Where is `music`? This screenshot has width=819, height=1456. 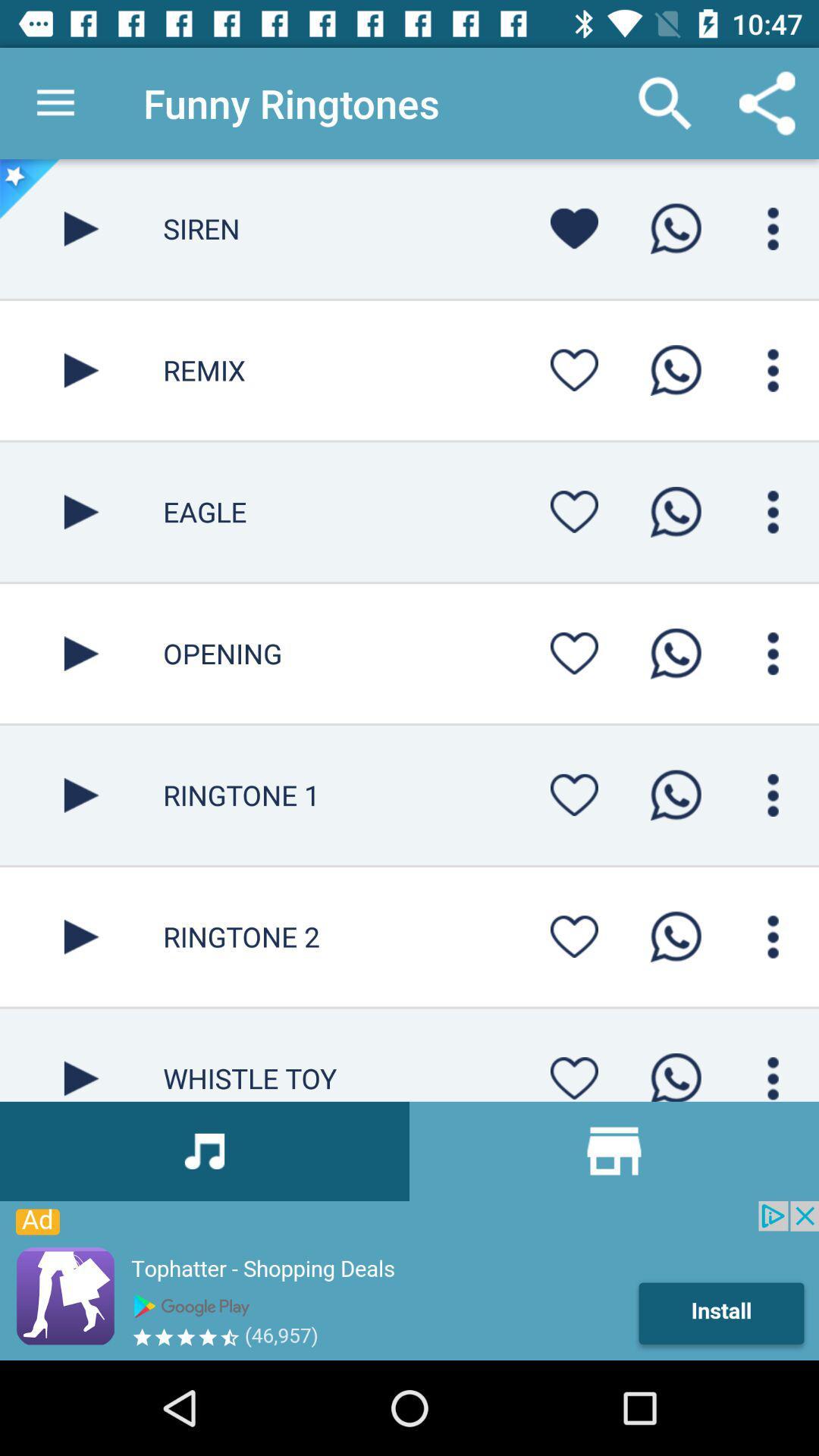 music is located at coordinates (81, 370).